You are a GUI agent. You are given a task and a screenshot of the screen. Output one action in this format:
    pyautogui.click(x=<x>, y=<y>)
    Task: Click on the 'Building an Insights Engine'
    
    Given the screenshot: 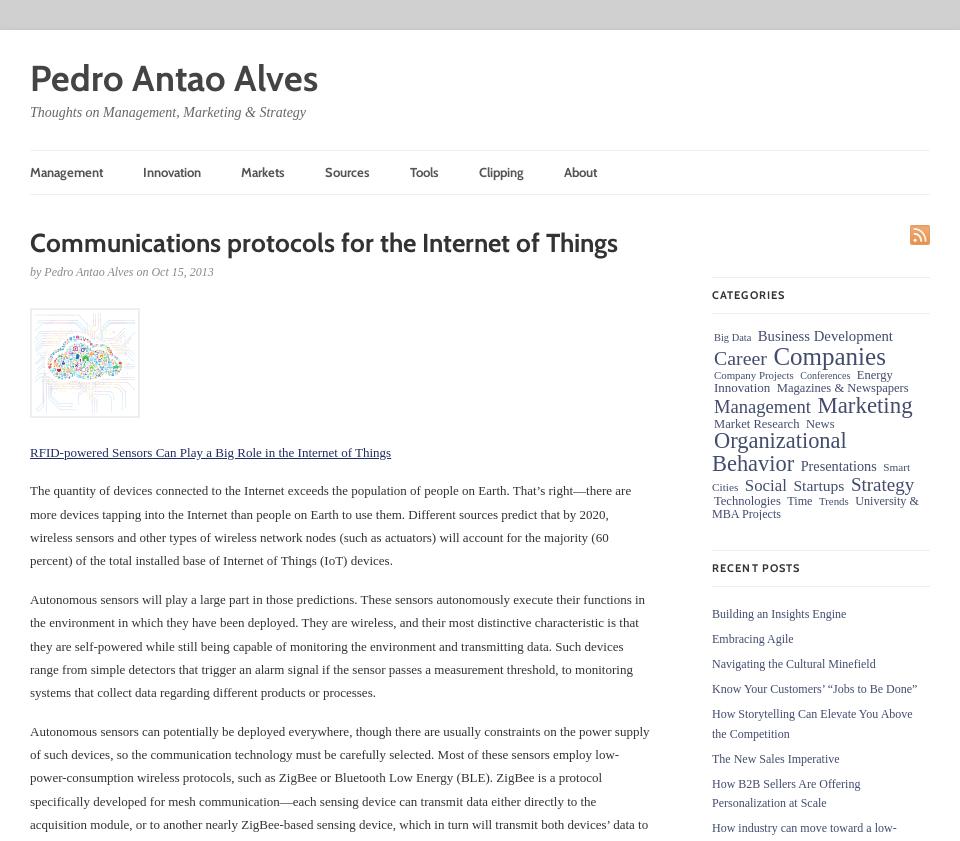 What is the action you would take?
    pyautogui.click(x=712, y=613)
    